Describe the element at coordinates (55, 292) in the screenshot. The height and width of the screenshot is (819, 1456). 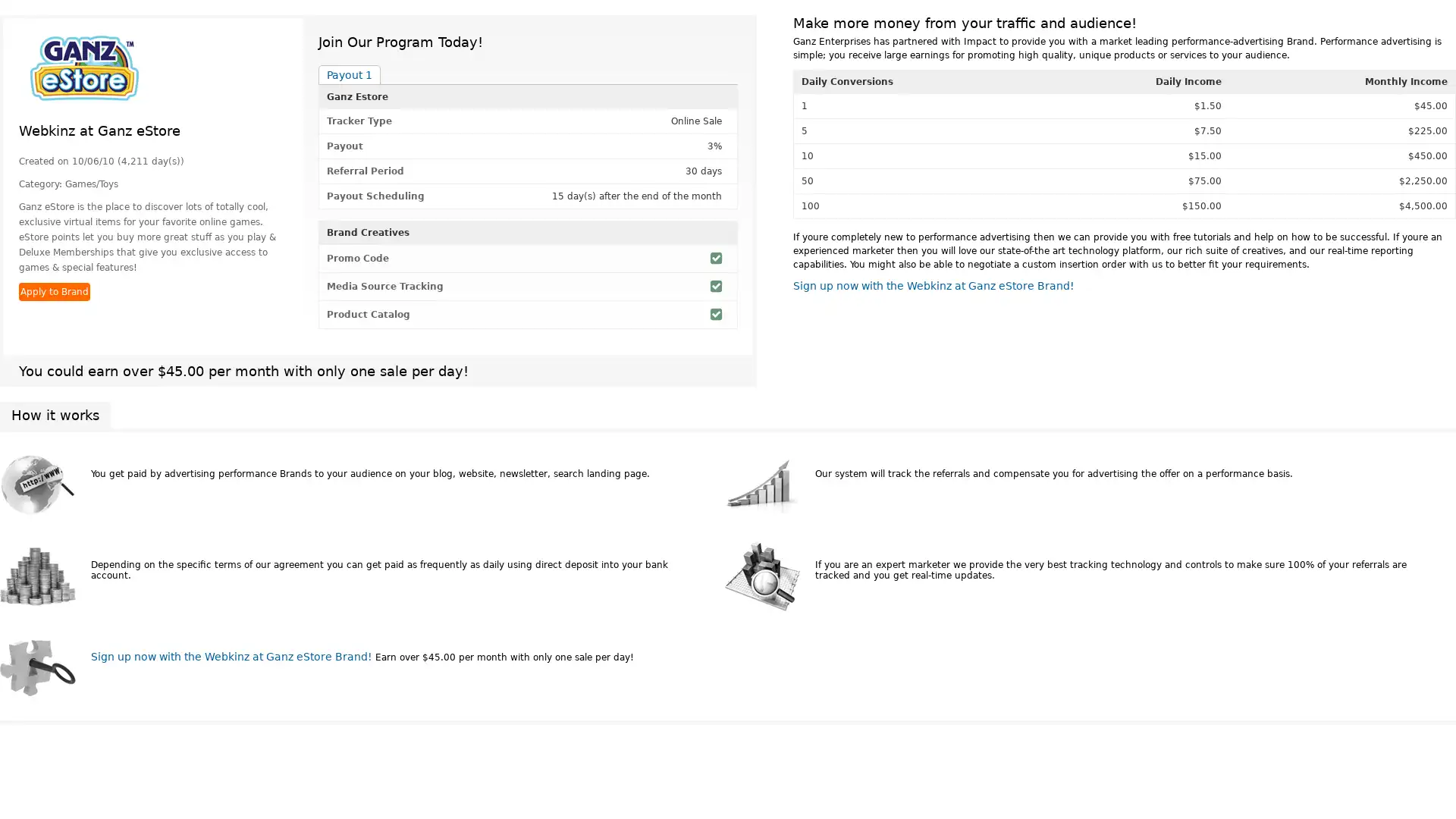
I see `Apply to Brand` at that location.